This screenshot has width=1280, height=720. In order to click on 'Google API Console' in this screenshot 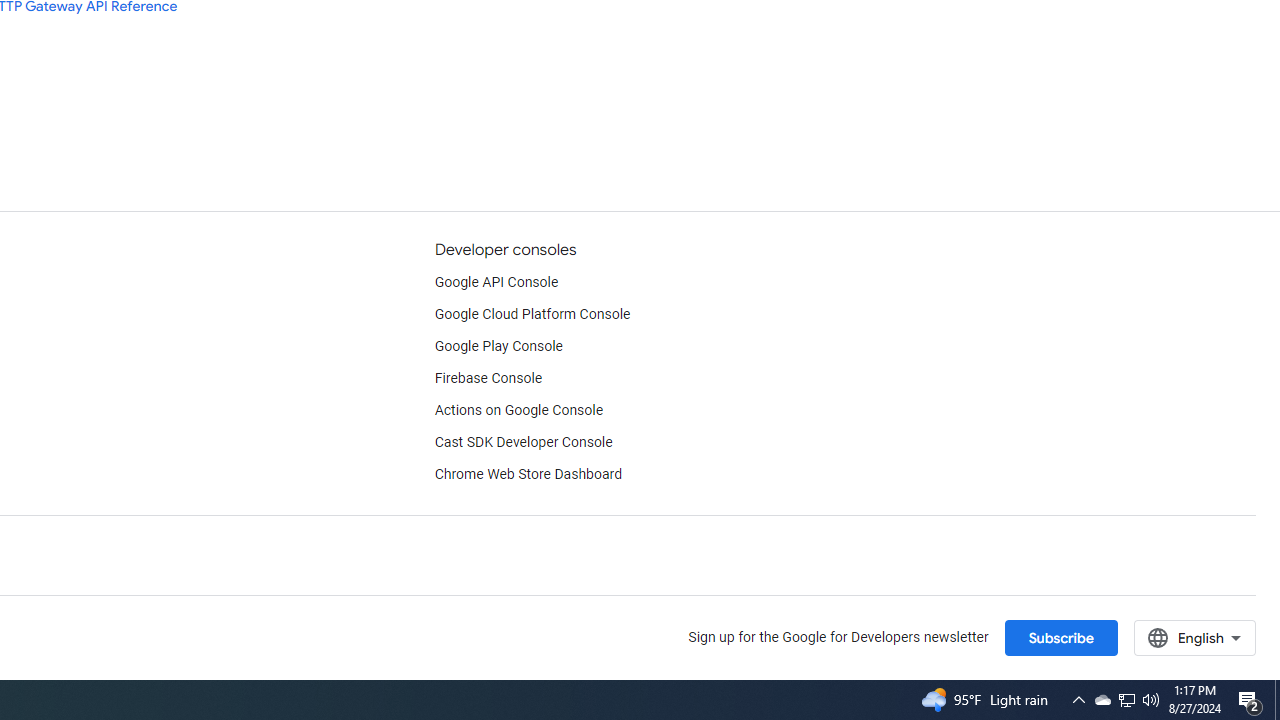, I will do `click(496, 282)`.